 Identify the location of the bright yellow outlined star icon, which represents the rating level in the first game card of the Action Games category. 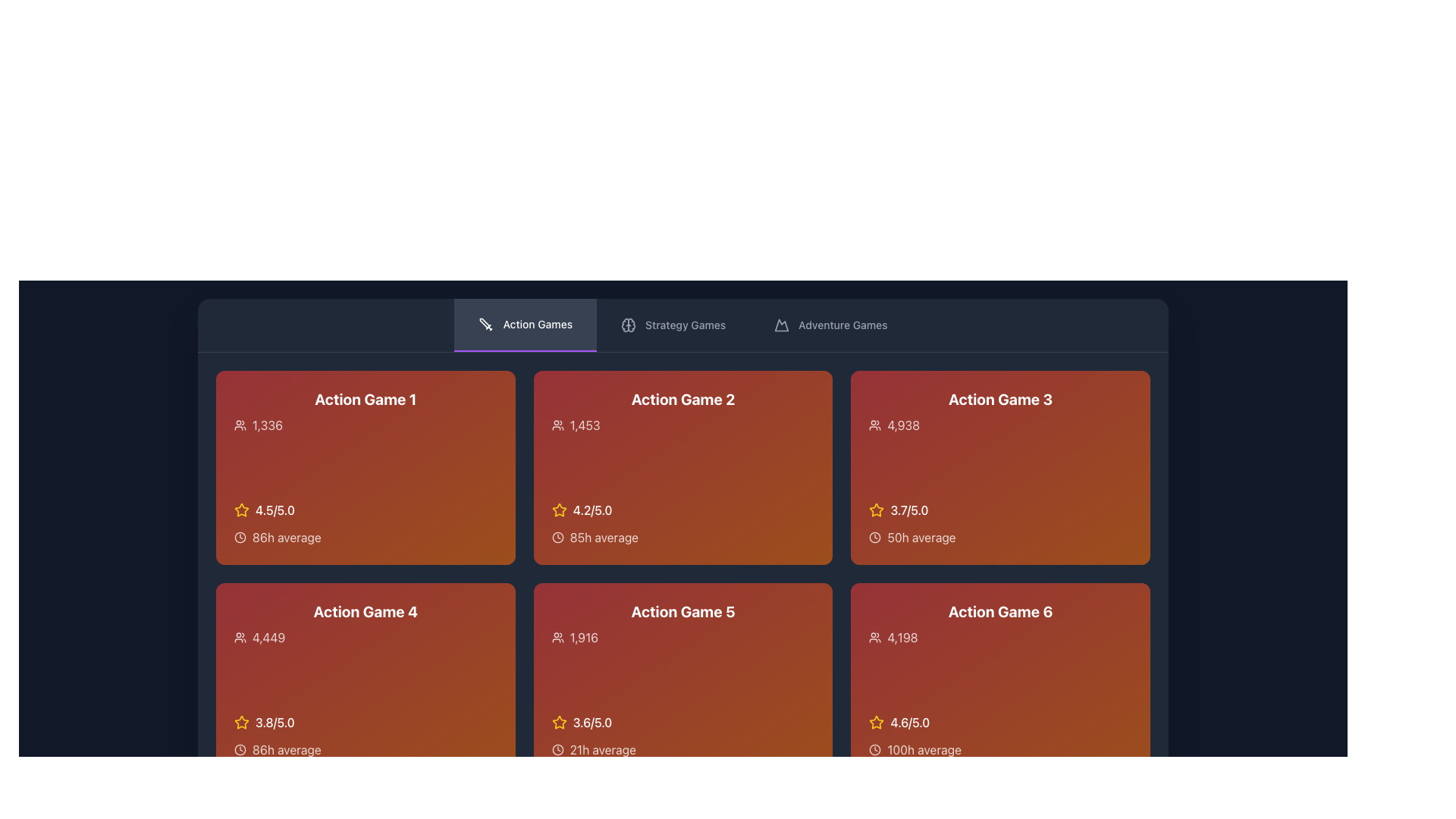
(240, 510).